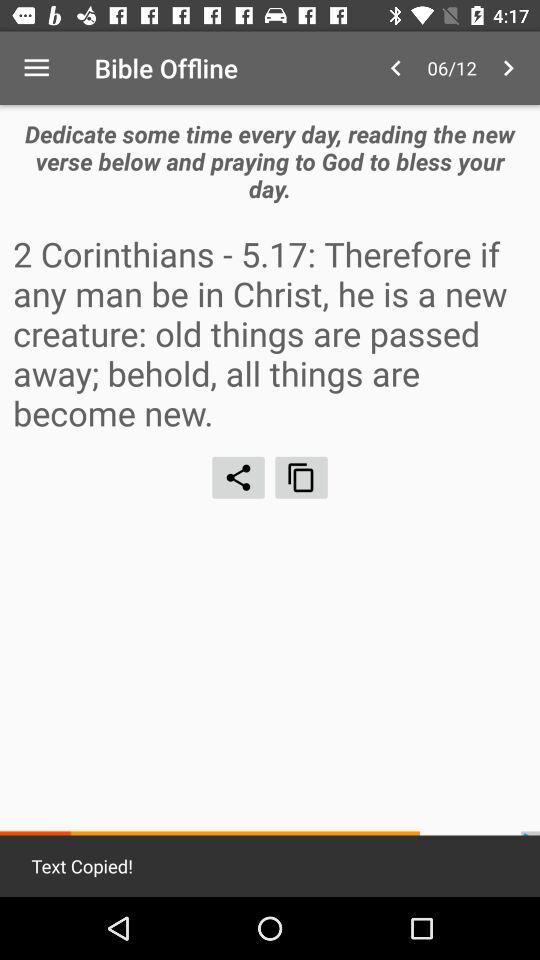  What do you see at coordinates (238, 477) in the screenshot?
I see `the share icon` at bounding box center [238, 477].